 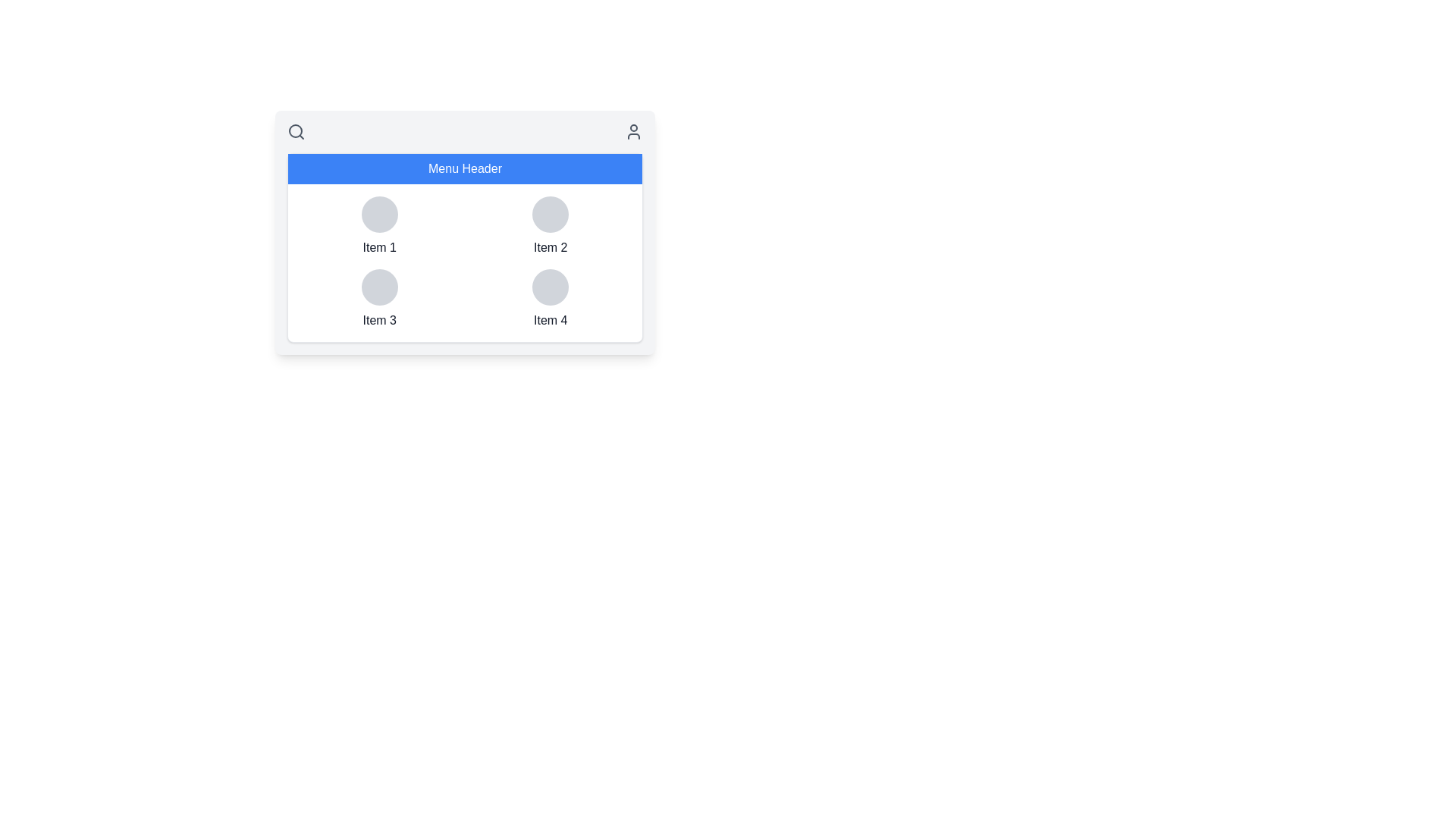 What do you see at coordinates (550, 320) in the screenshot?
I see `the text label displaying 'Item 4', which is located beneath the circular icon representing 'Item 4'` at bounding box center [550, 320].